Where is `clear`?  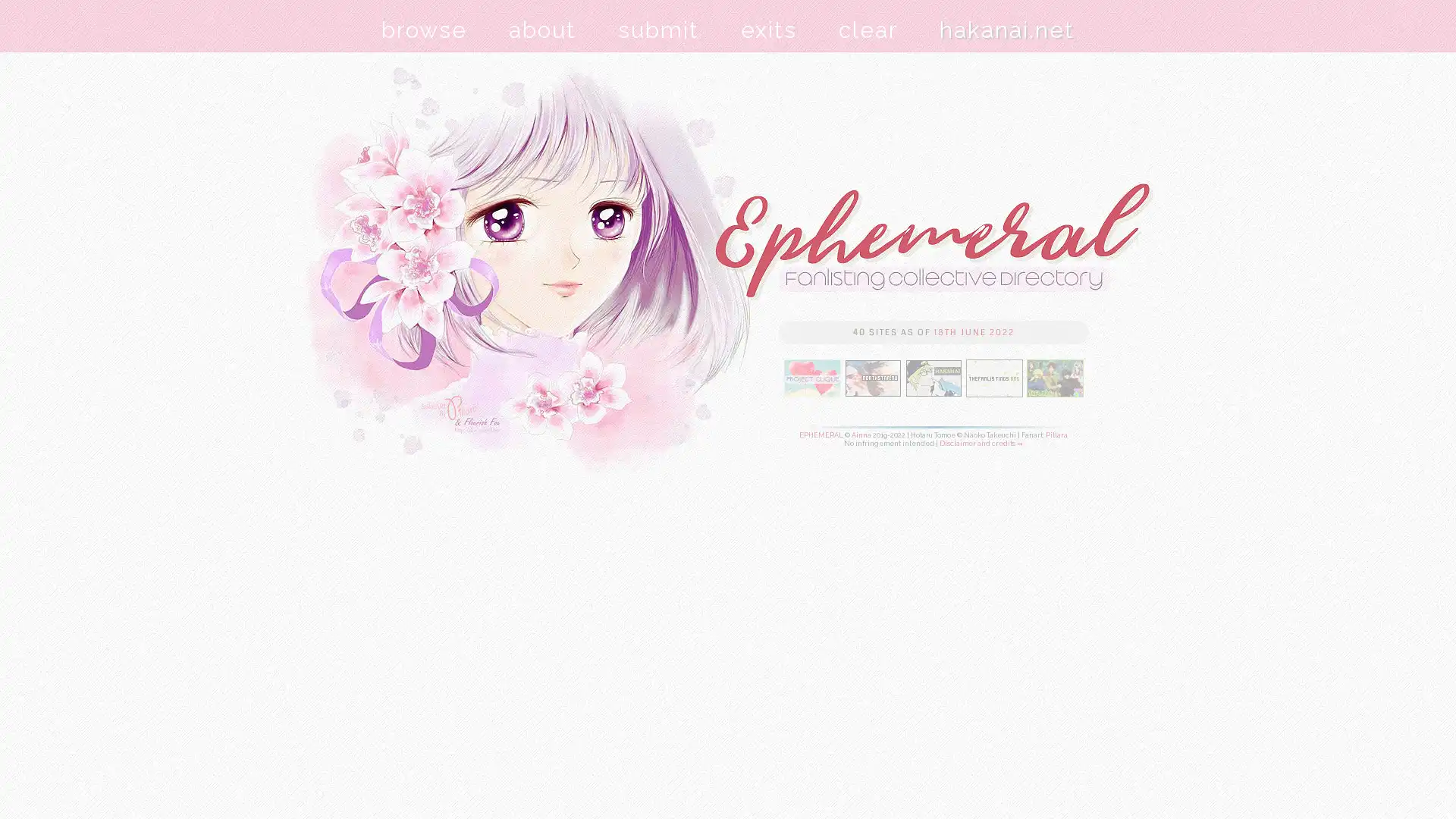
clear is located at coordinates (868, 30).